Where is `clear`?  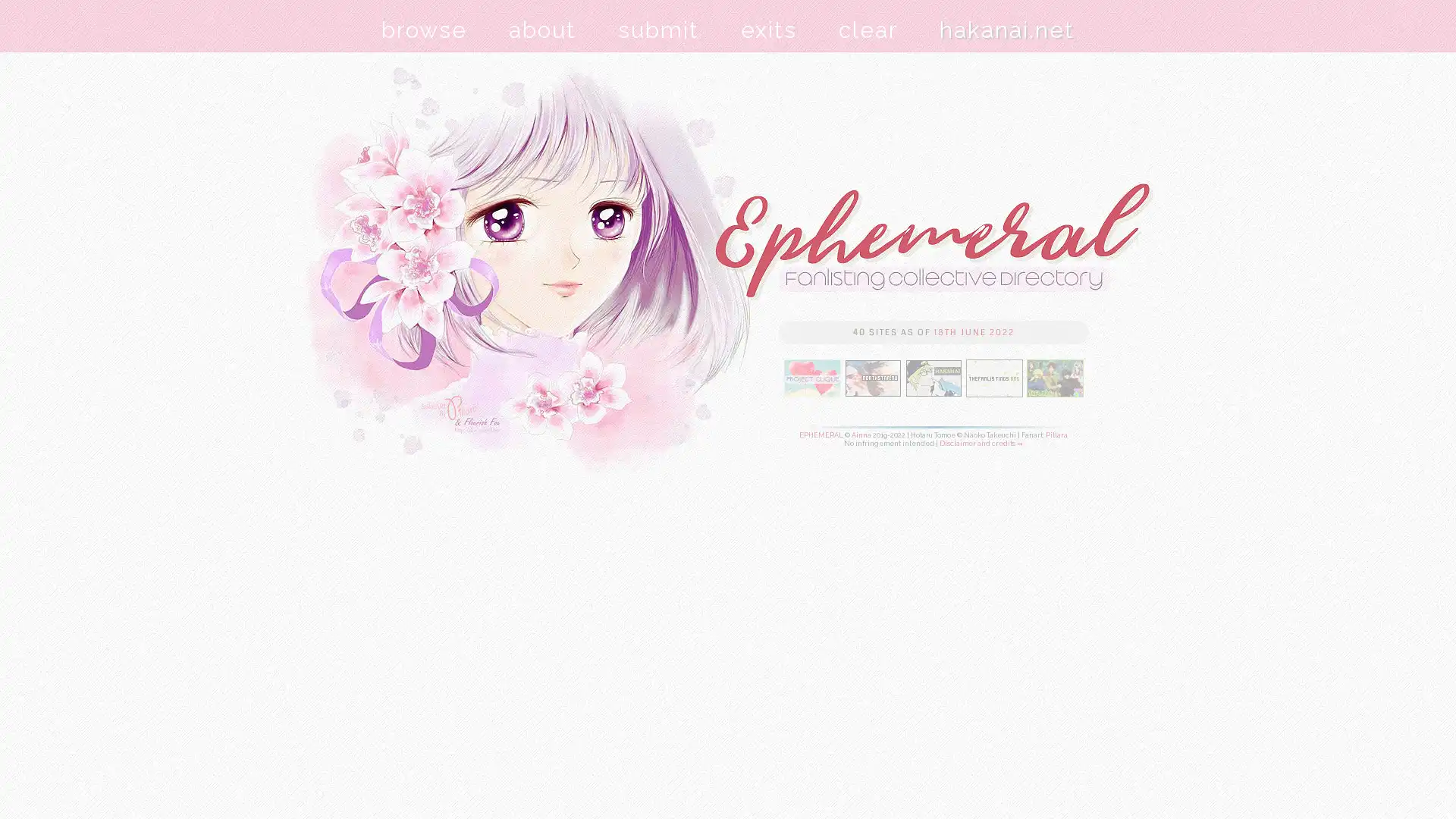
clear is located at coordinates (868, 30).